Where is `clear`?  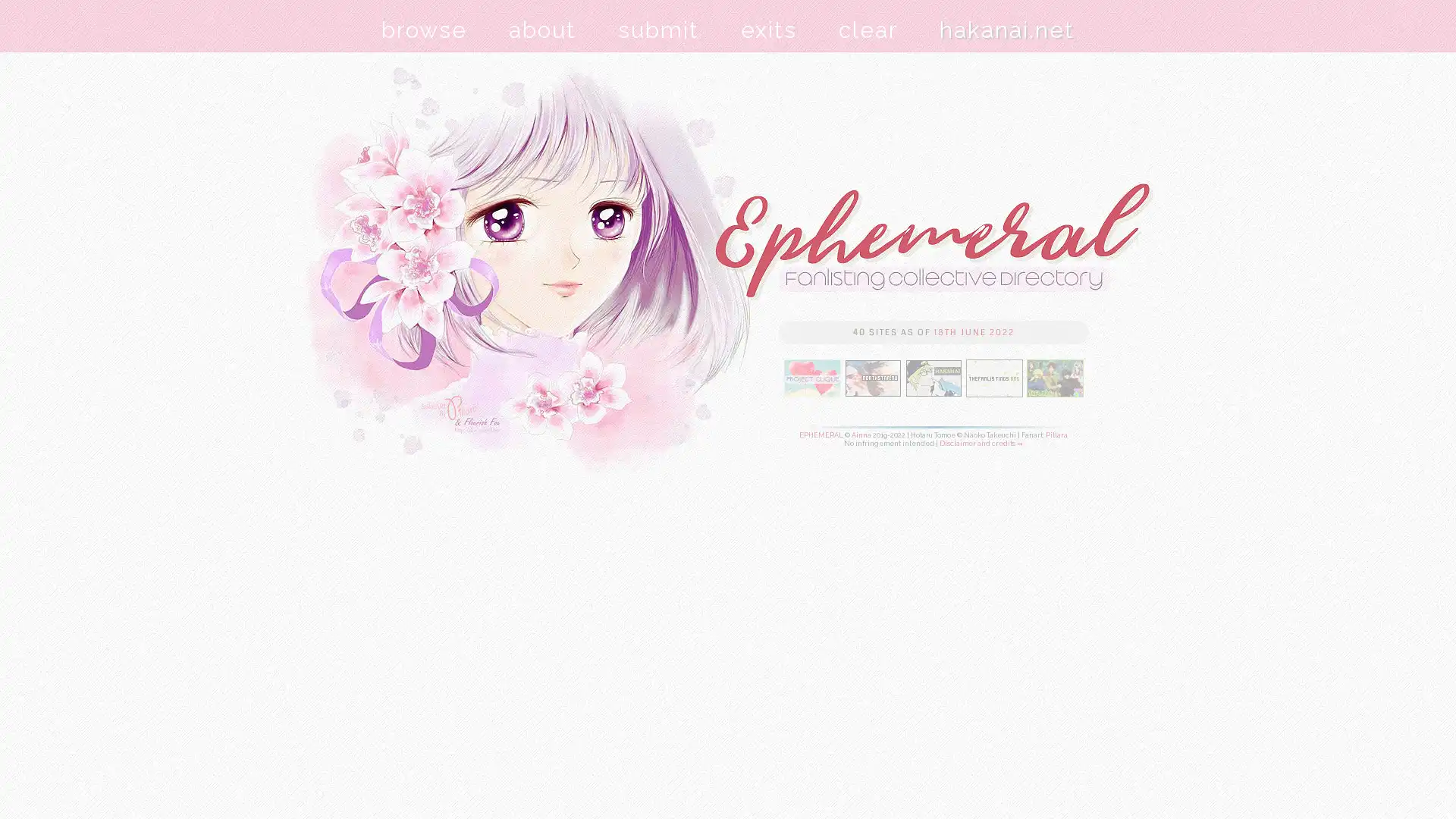
clear is located at coordinates (868, 30).